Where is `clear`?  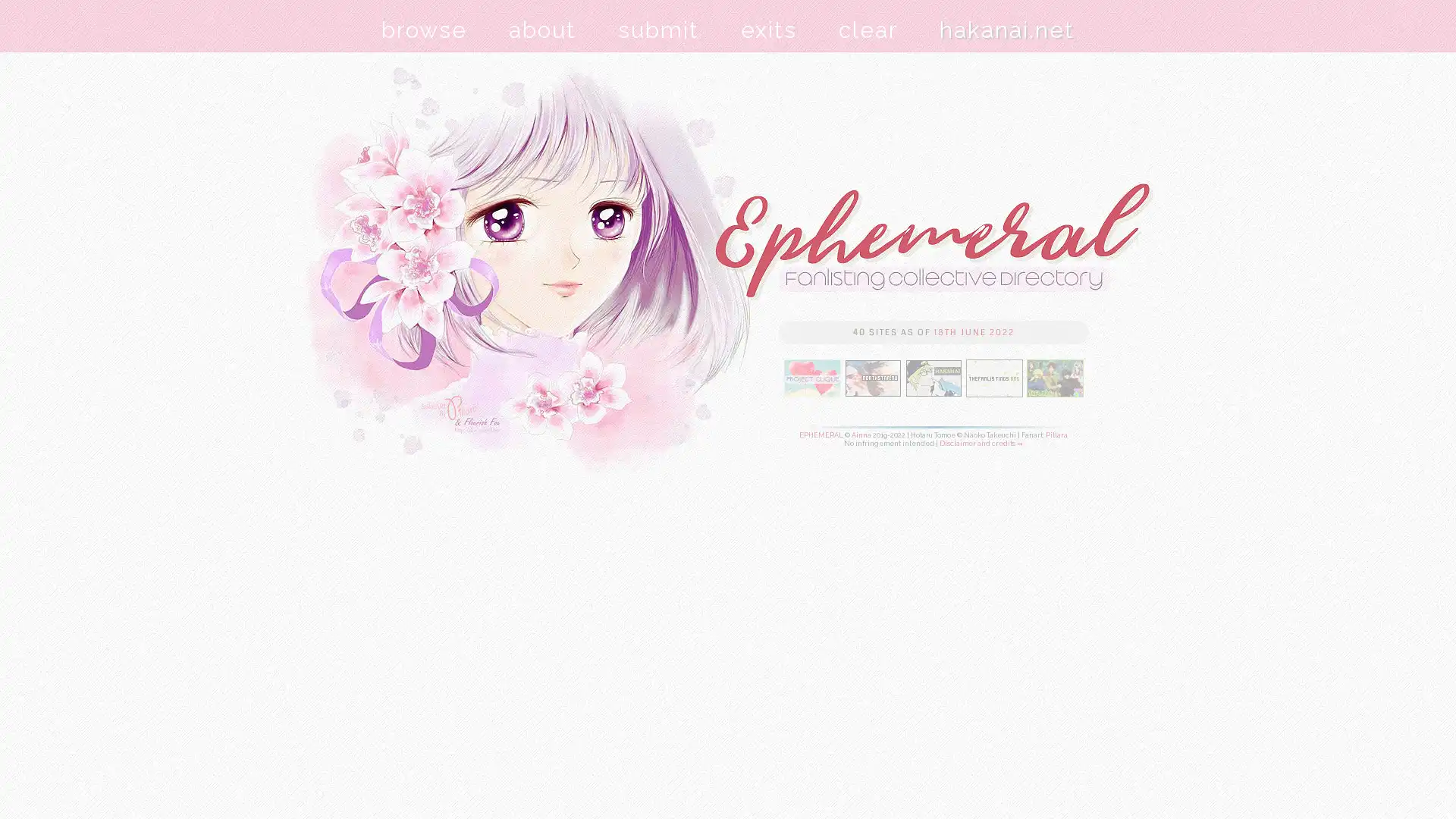
clear is located at coordinates (868, 30).